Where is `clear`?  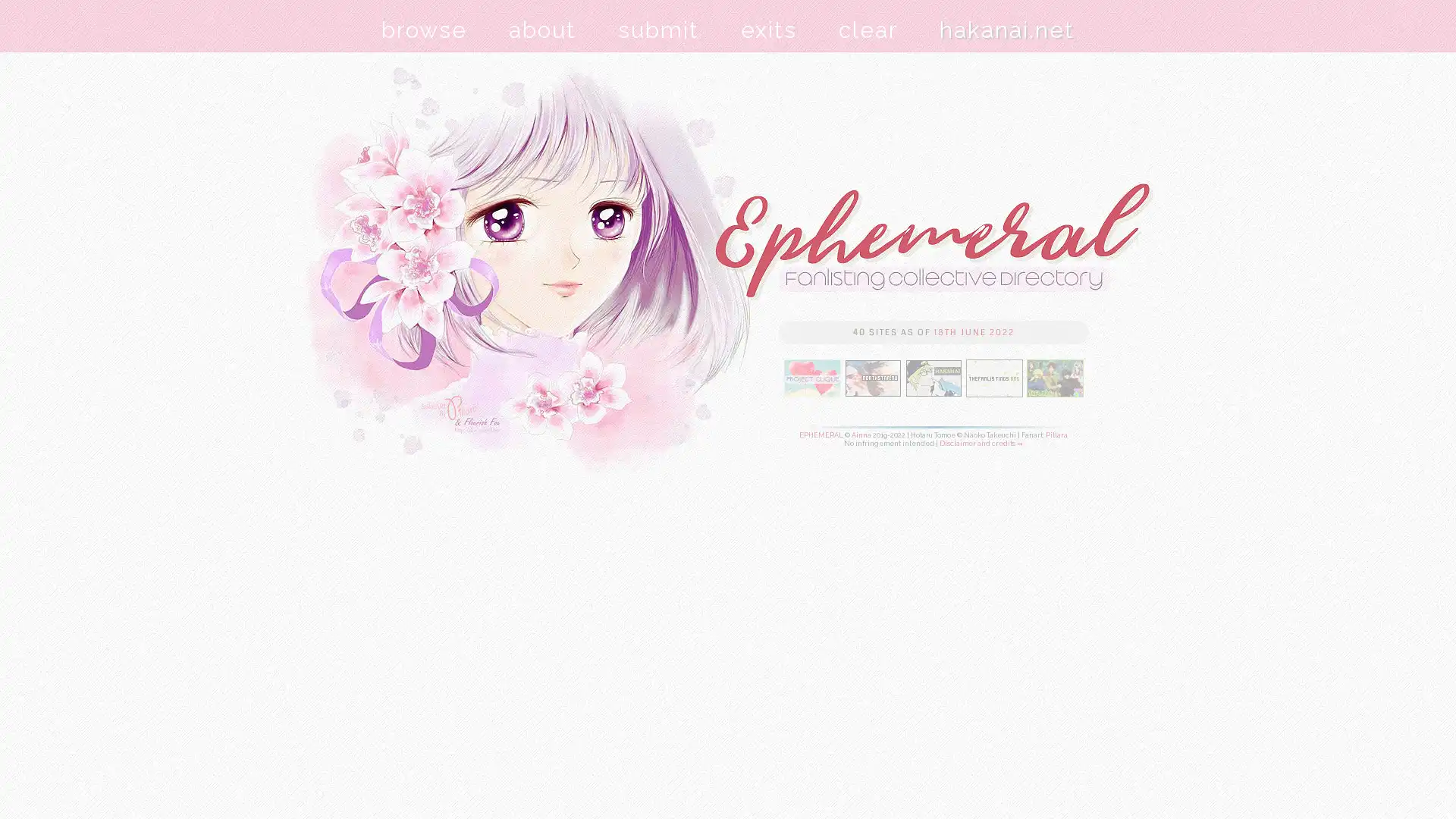
clear is located at coordinates (868, 30).